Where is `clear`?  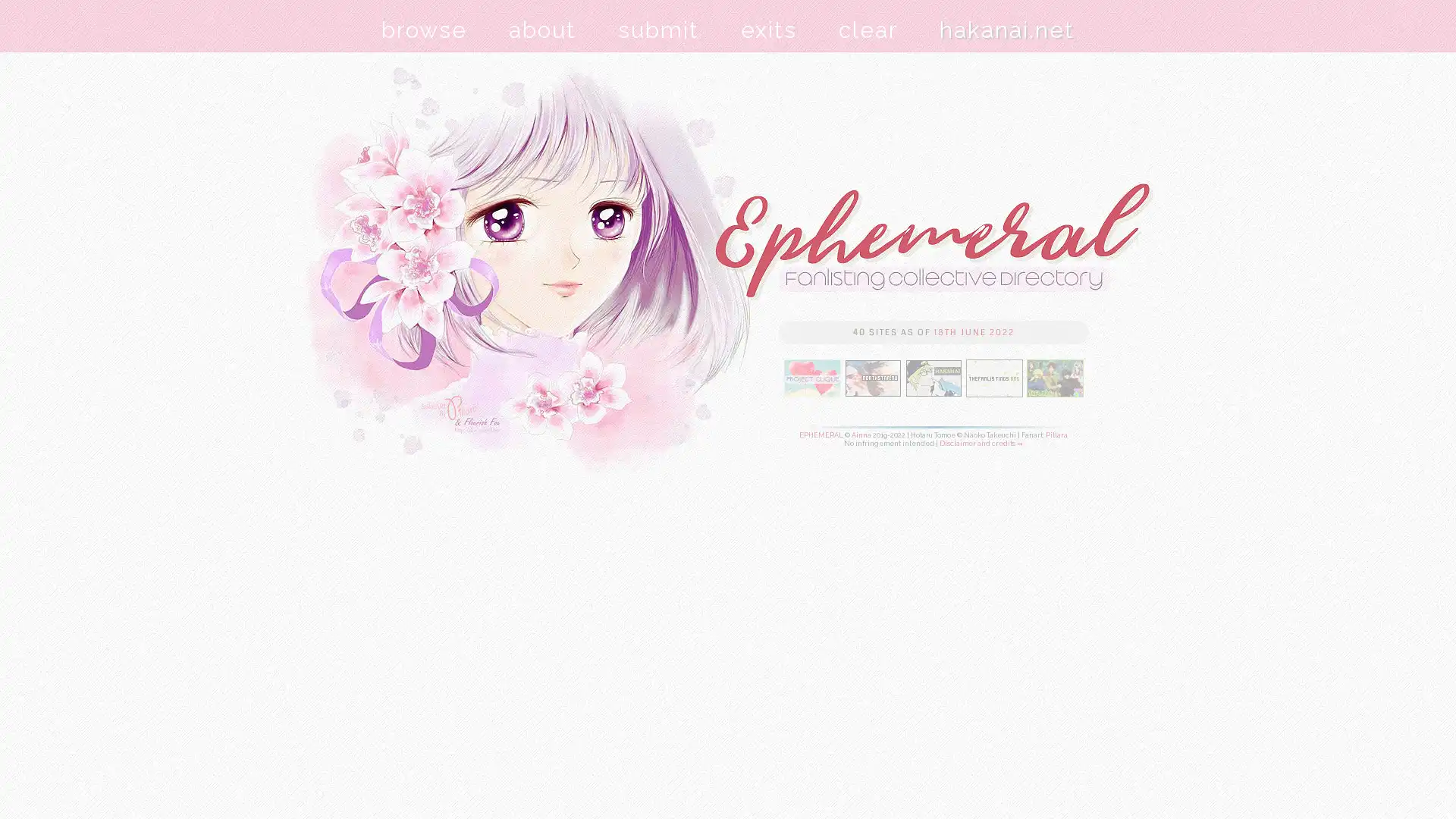
clear is located at coordinates (868, 30).